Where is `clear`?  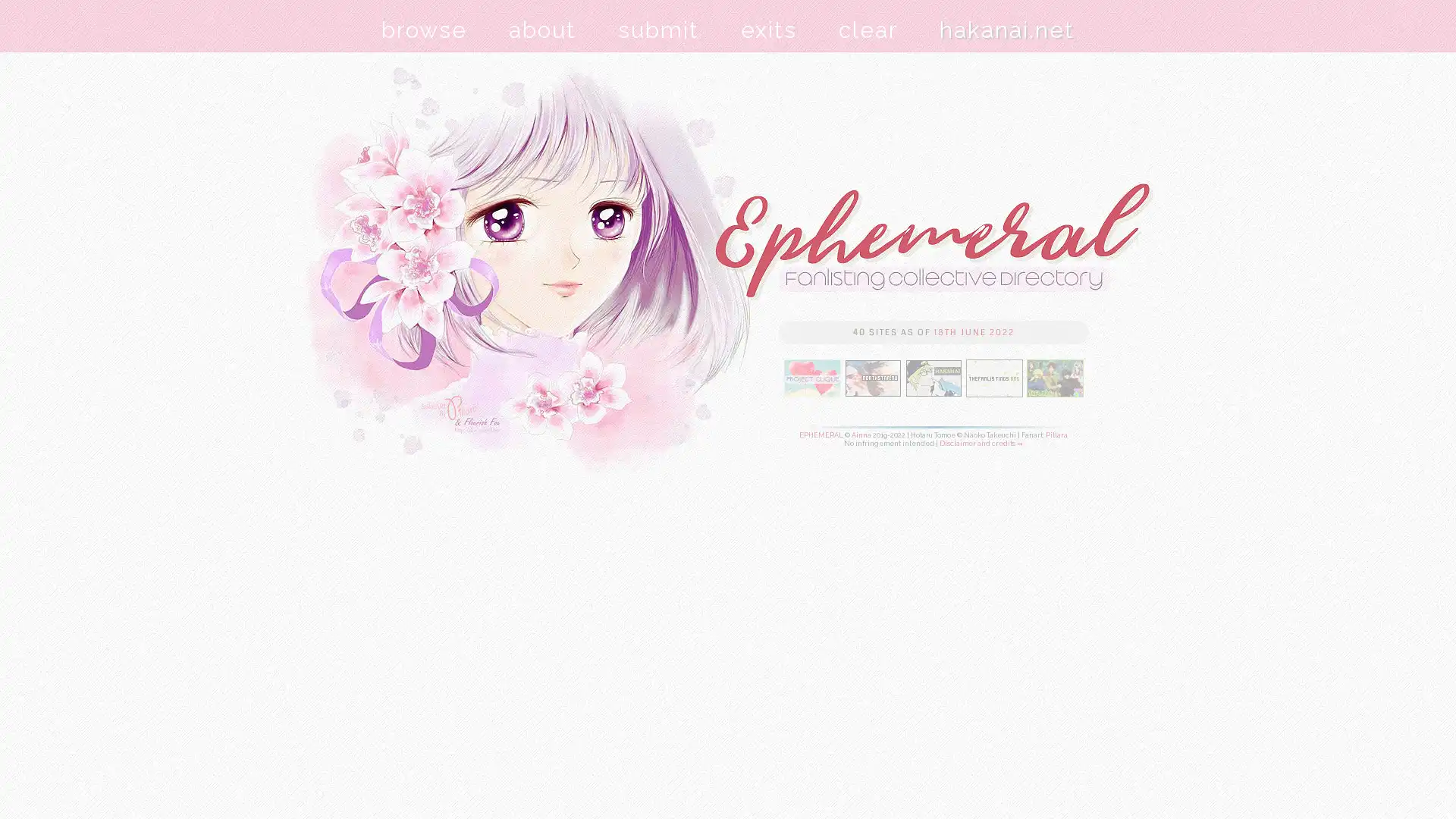
clear is located at coordinates (868, 30).